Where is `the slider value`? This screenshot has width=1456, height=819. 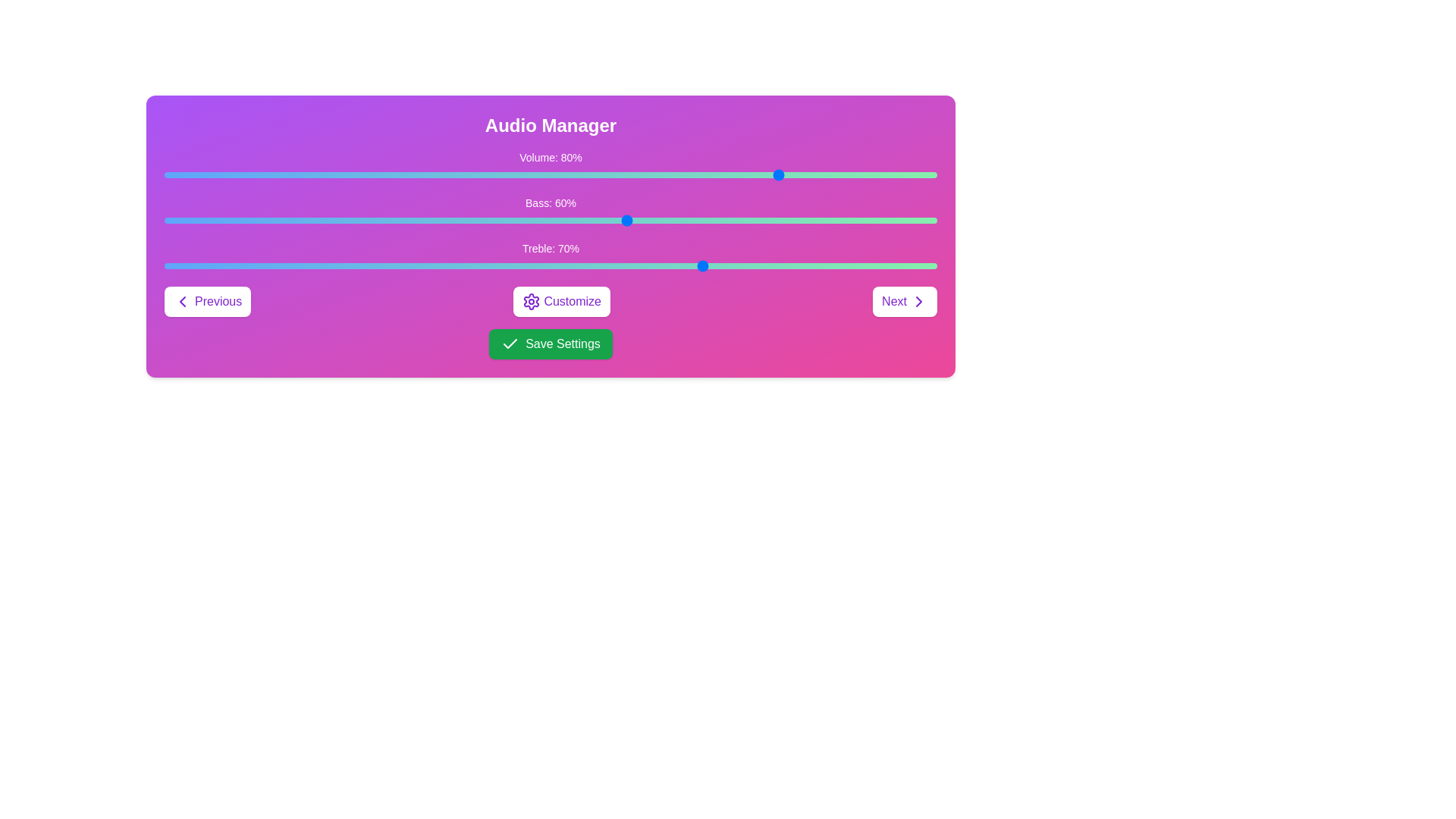 the slider value is located at coordinates (860, 174).